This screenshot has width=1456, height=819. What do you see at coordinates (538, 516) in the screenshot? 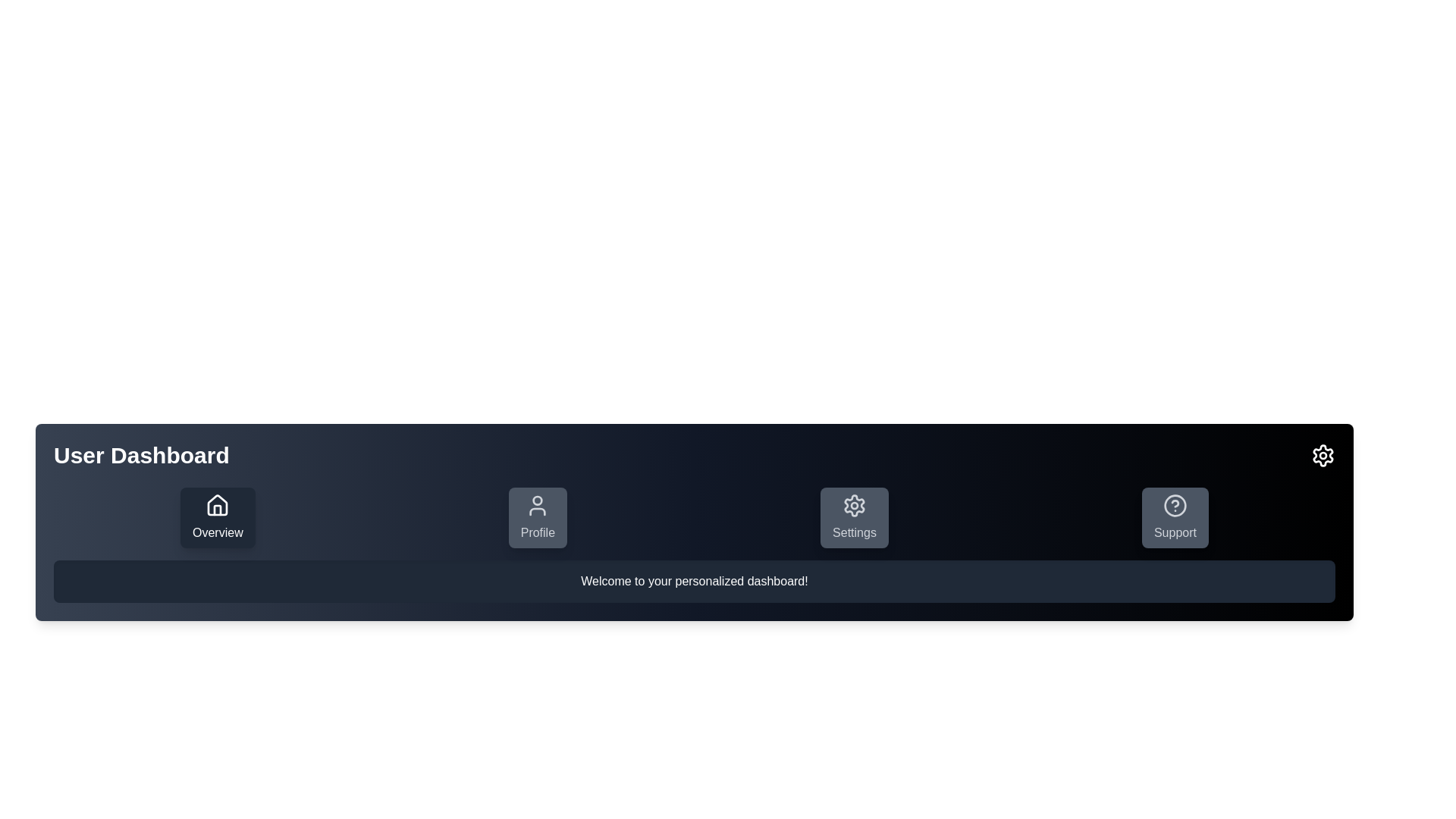
I see `the 'Profile' button, which has a gray background and white text` at bounding box center [538, 516].